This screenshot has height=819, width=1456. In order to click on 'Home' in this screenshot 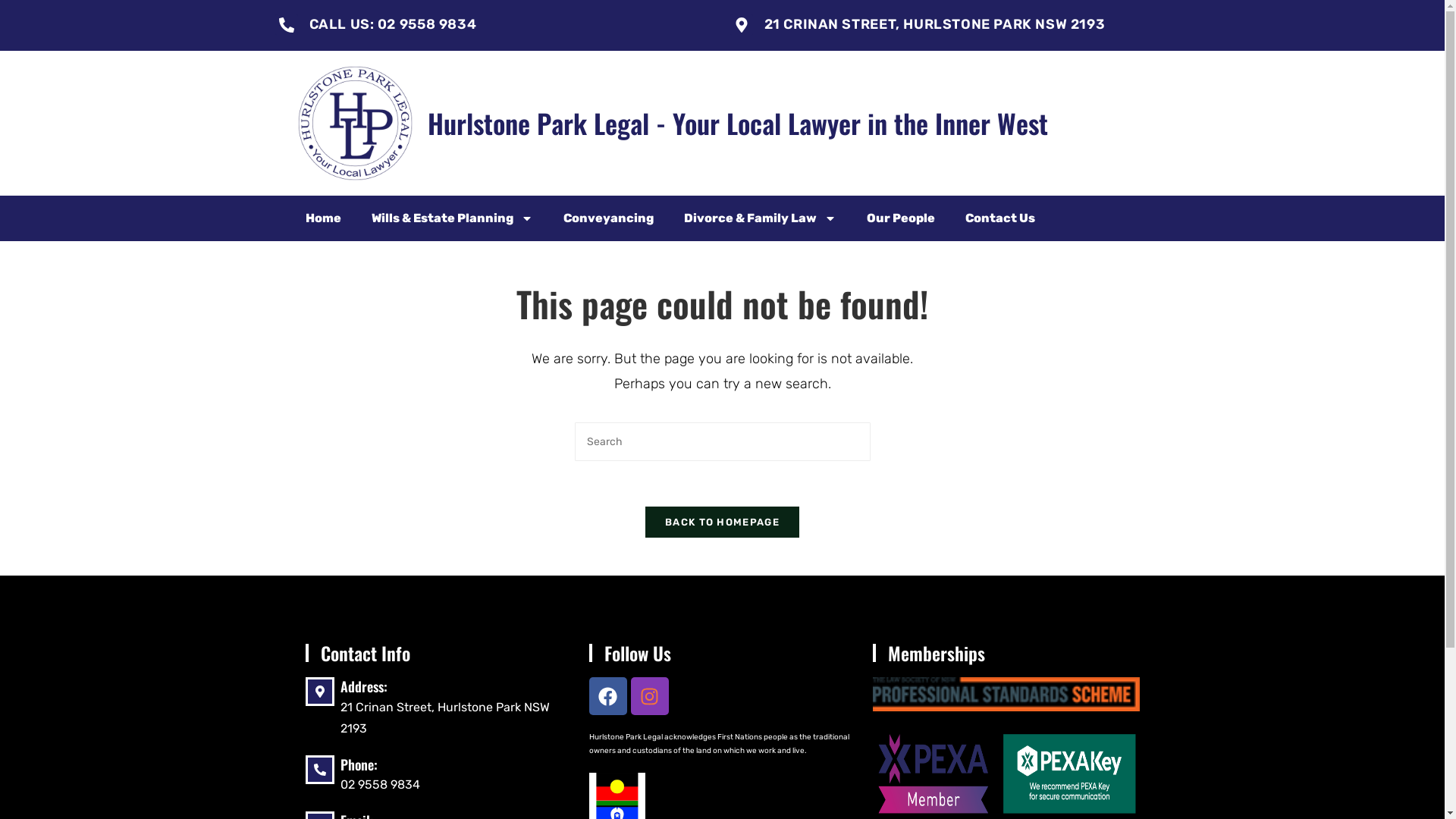, I will do `click(322, 218)`.